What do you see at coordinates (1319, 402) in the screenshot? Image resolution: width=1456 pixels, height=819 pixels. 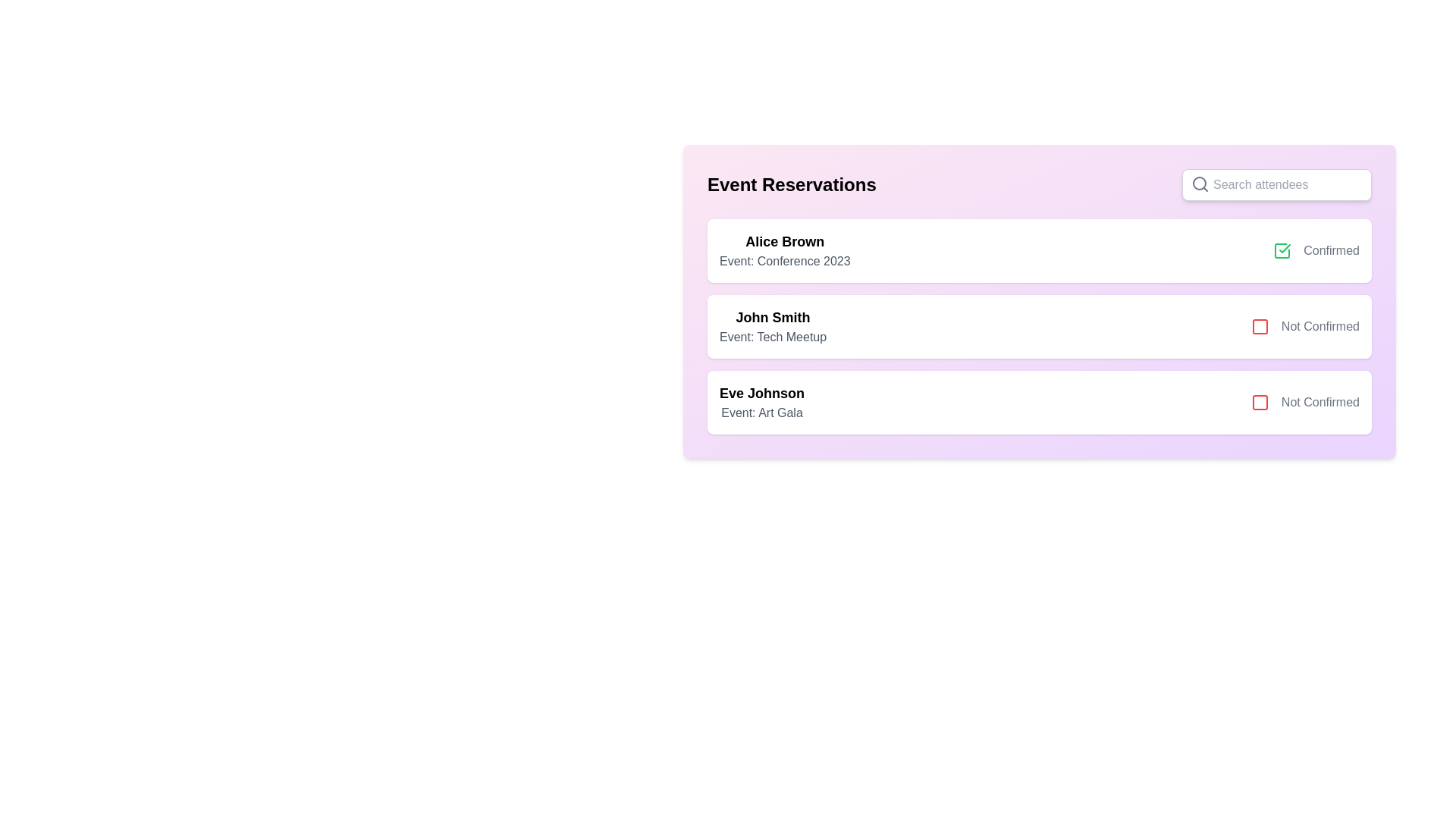 I see `the static text 'Not Confirmed'` at bounding box center [1319, 402].